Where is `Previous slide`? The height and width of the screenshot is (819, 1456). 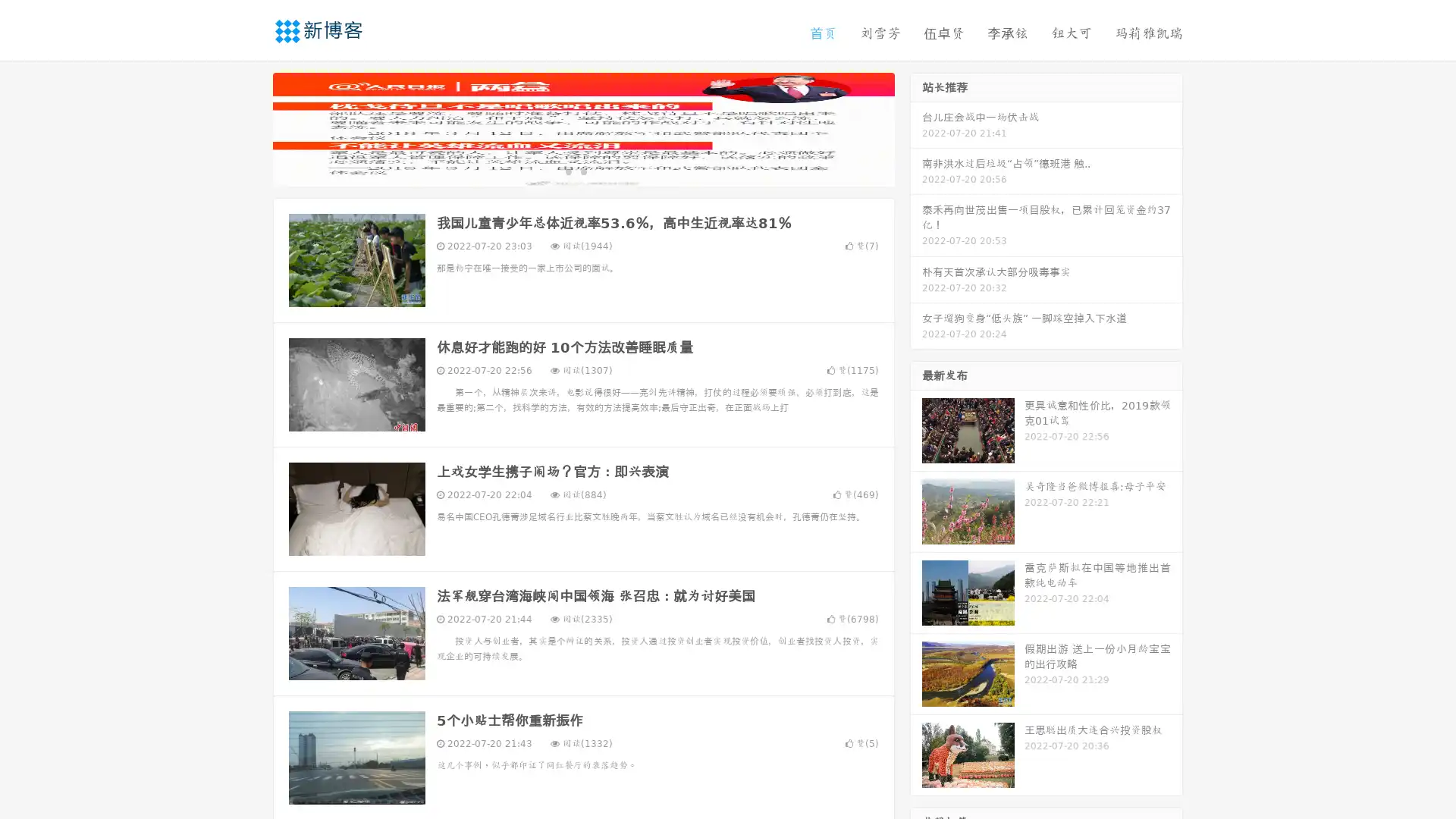
Previous slide is located at coordinates (250, 127).